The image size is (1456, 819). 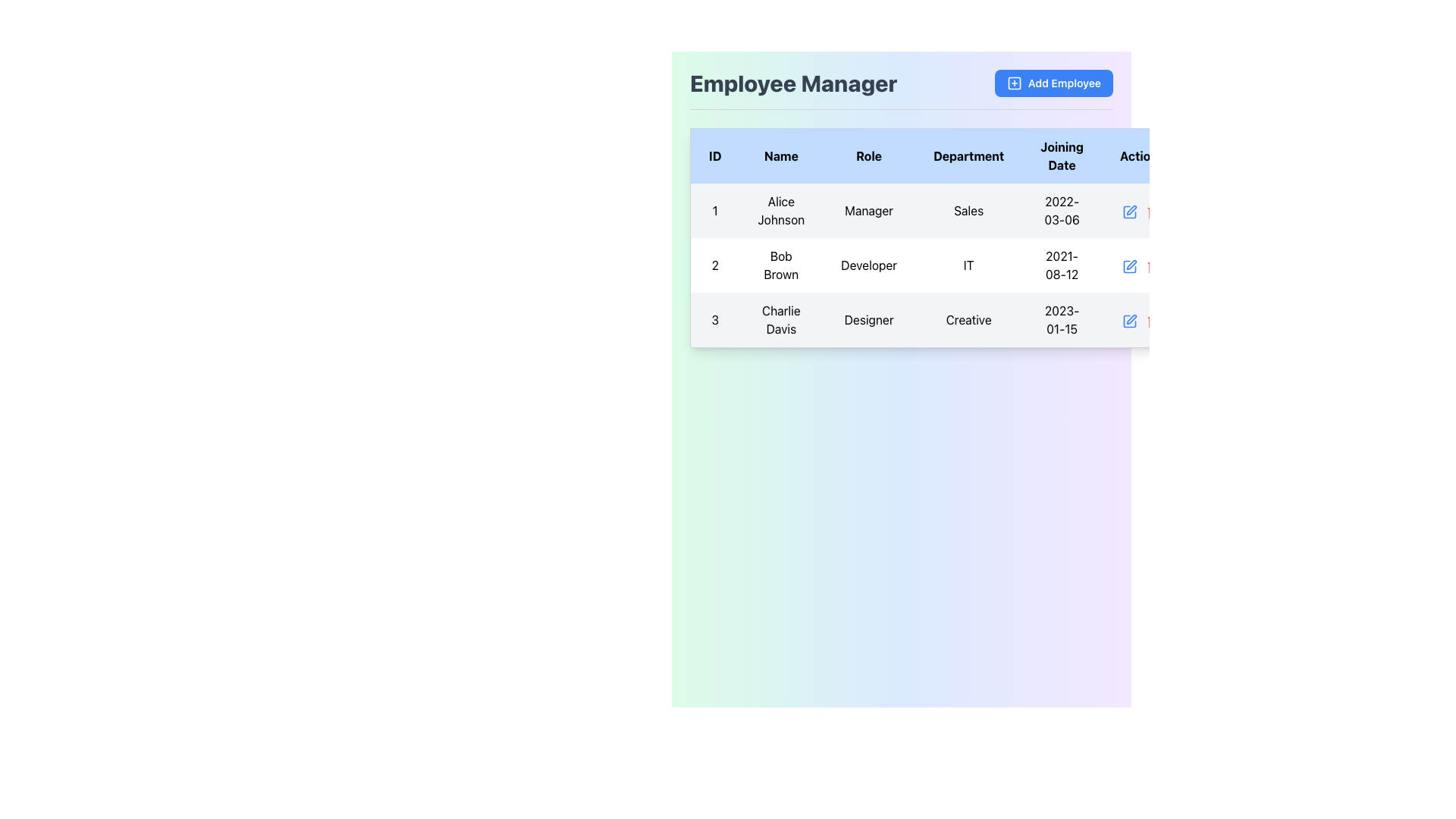 What do you see at coordinates (1014, 83) in the screenshot?
I see `the SVG icon representing the 'Add Employee' button` at bounding box center [1014, 83].